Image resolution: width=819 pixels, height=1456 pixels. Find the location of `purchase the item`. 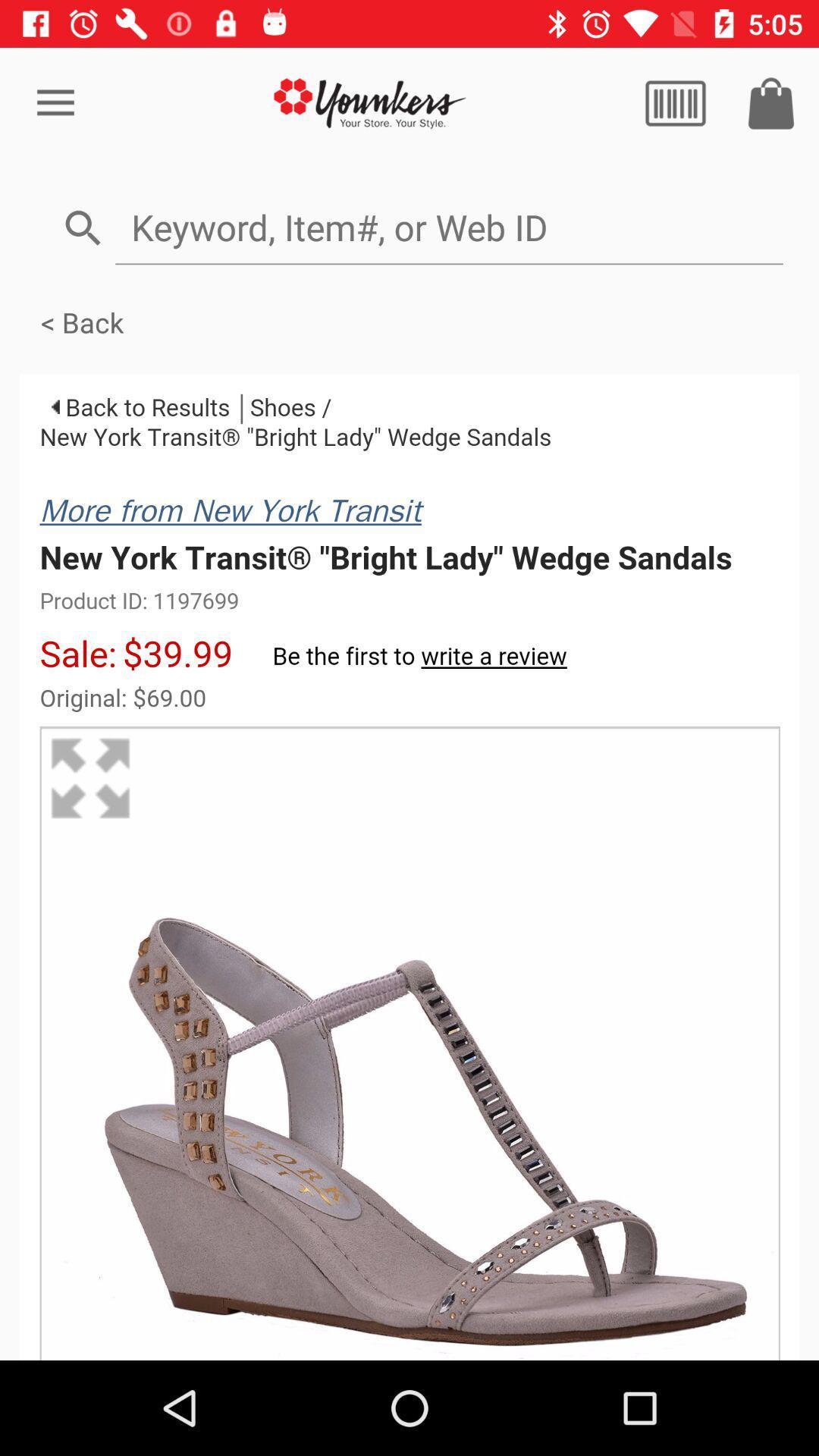

purchase the item is located at coordinates (771, 102).